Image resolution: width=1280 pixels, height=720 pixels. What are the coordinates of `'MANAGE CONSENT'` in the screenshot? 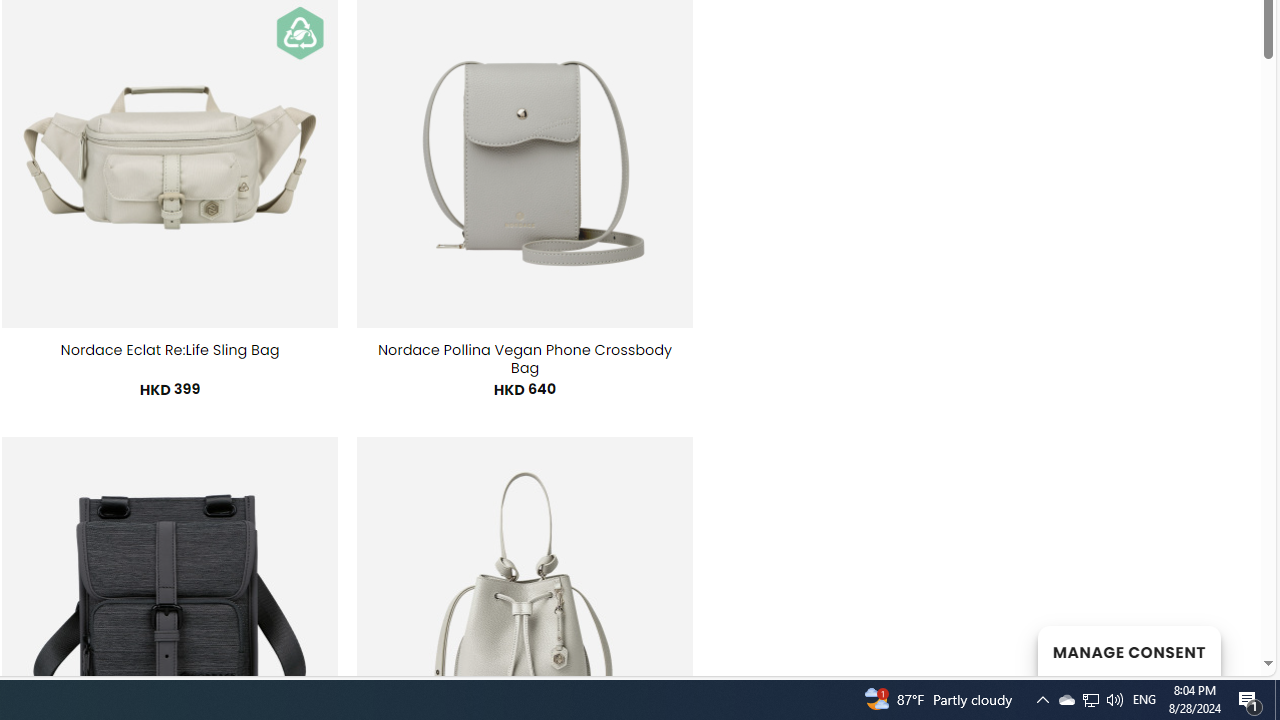 It's located at (1128, 650).